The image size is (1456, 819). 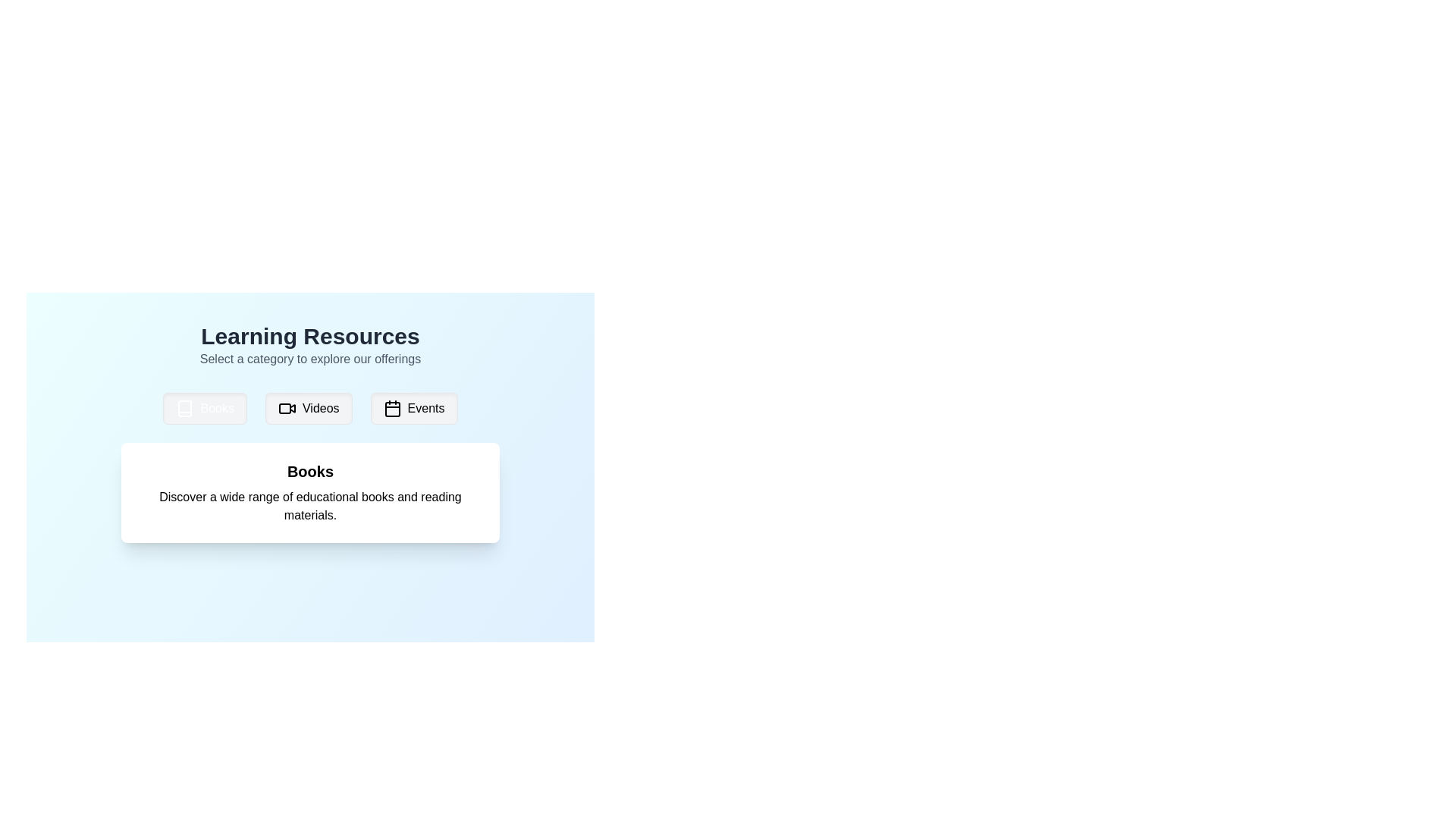 I want to click on the 'Events' button to interact with the associated functionality, which is represented by the icon located at the leftmost position of the button, so click(x=392, y=408).